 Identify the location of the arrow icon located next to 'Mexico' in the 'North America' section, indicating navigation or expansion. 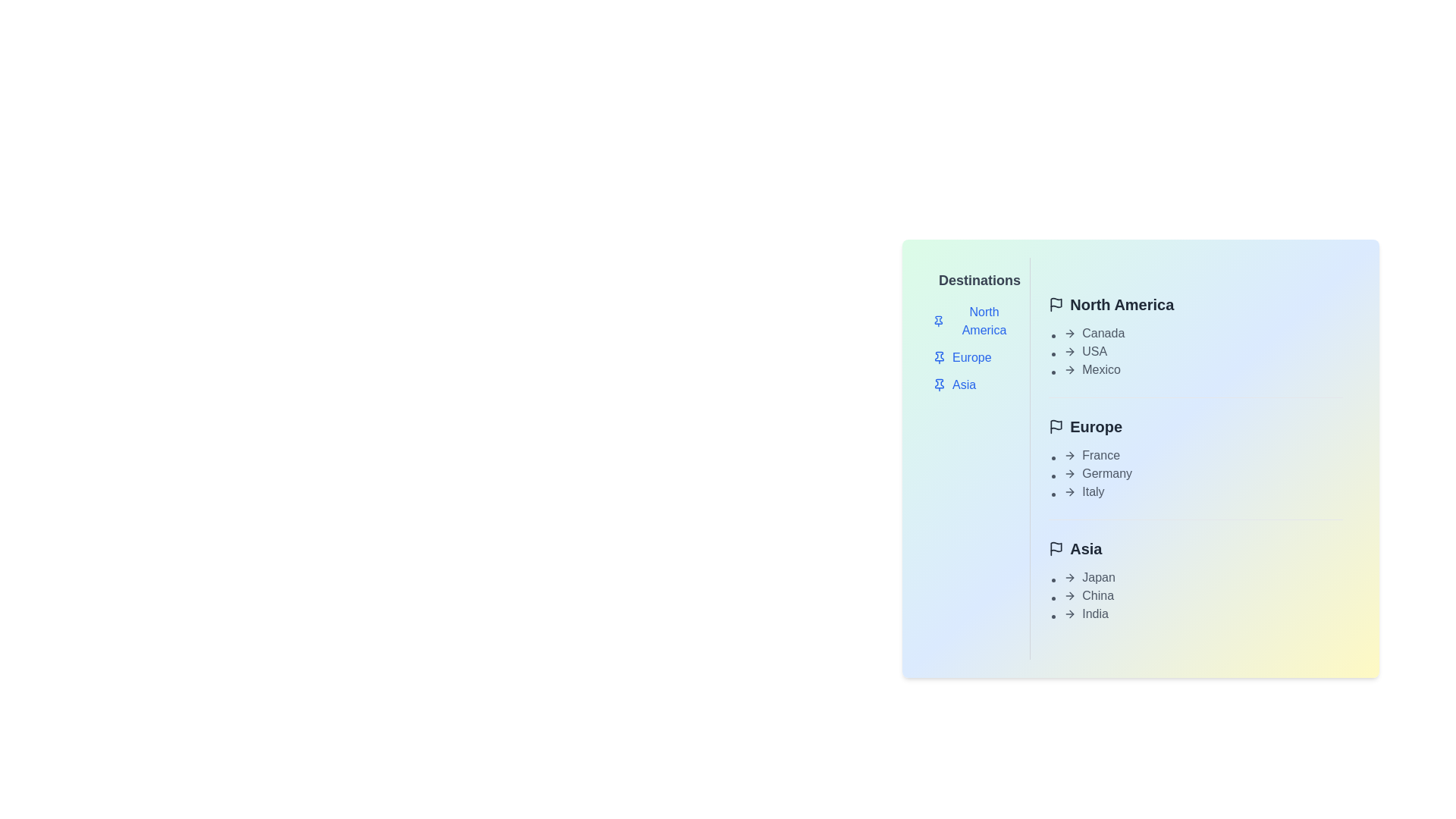
(1071, 370).